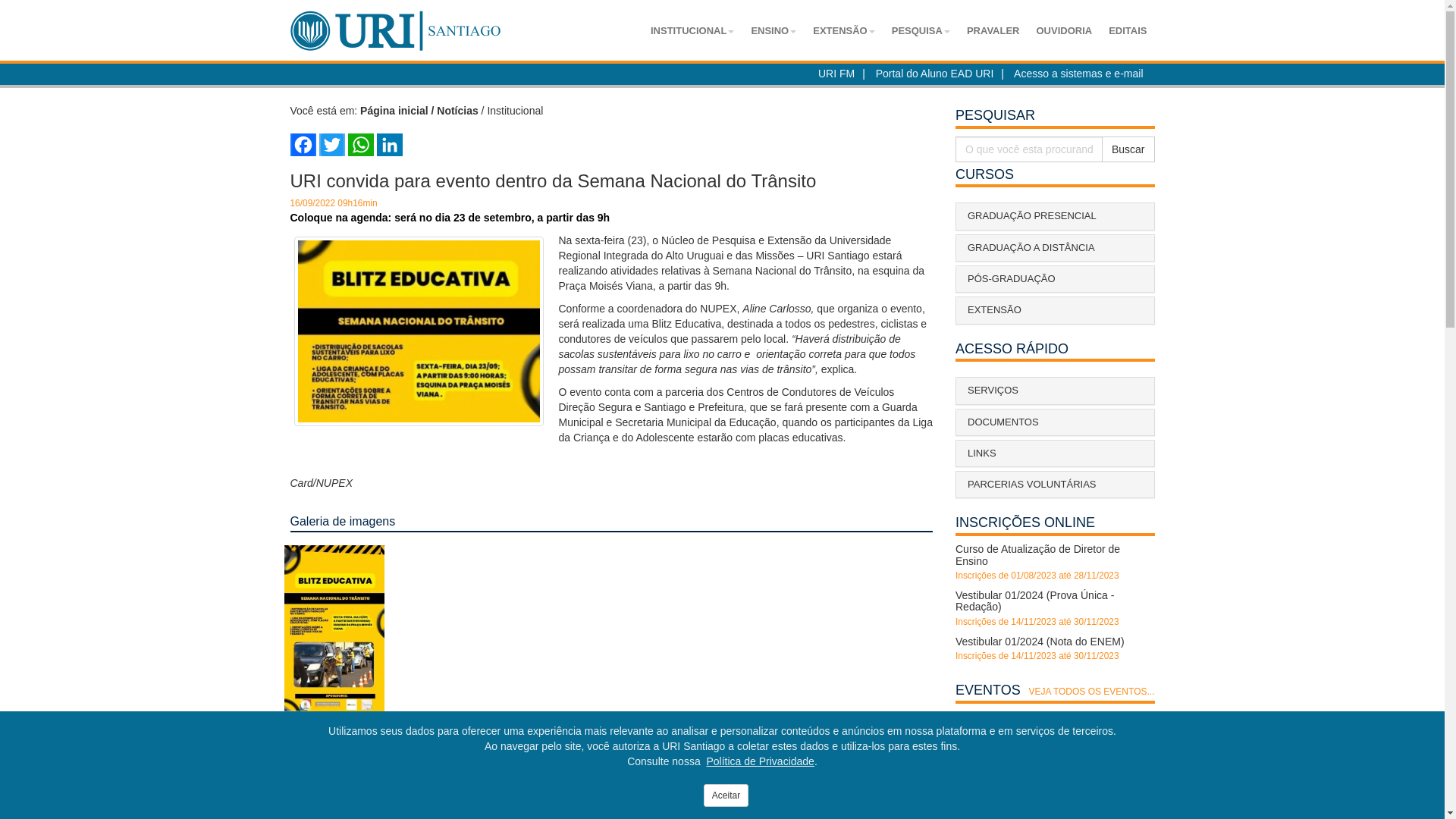 This screenshot has width=1456, height=819. Describe the element at coordinates (773, 31) in the screenshot. I see `'ENSINO'` at that location.